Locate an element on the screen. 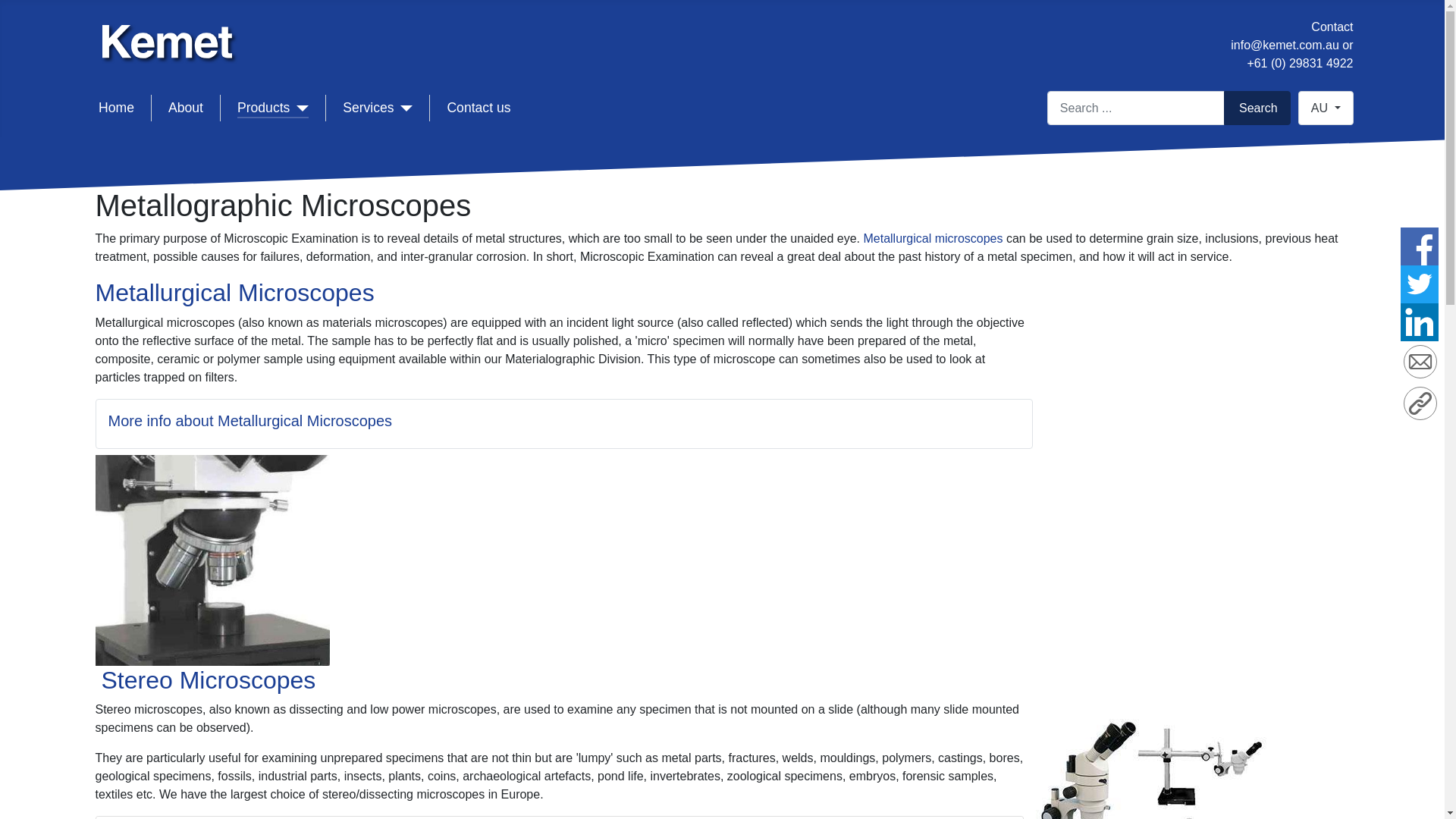 The width and height of the screenshot is (1456, 819). 'info@kemet.com.au' is located at coordinates (1230, 44).